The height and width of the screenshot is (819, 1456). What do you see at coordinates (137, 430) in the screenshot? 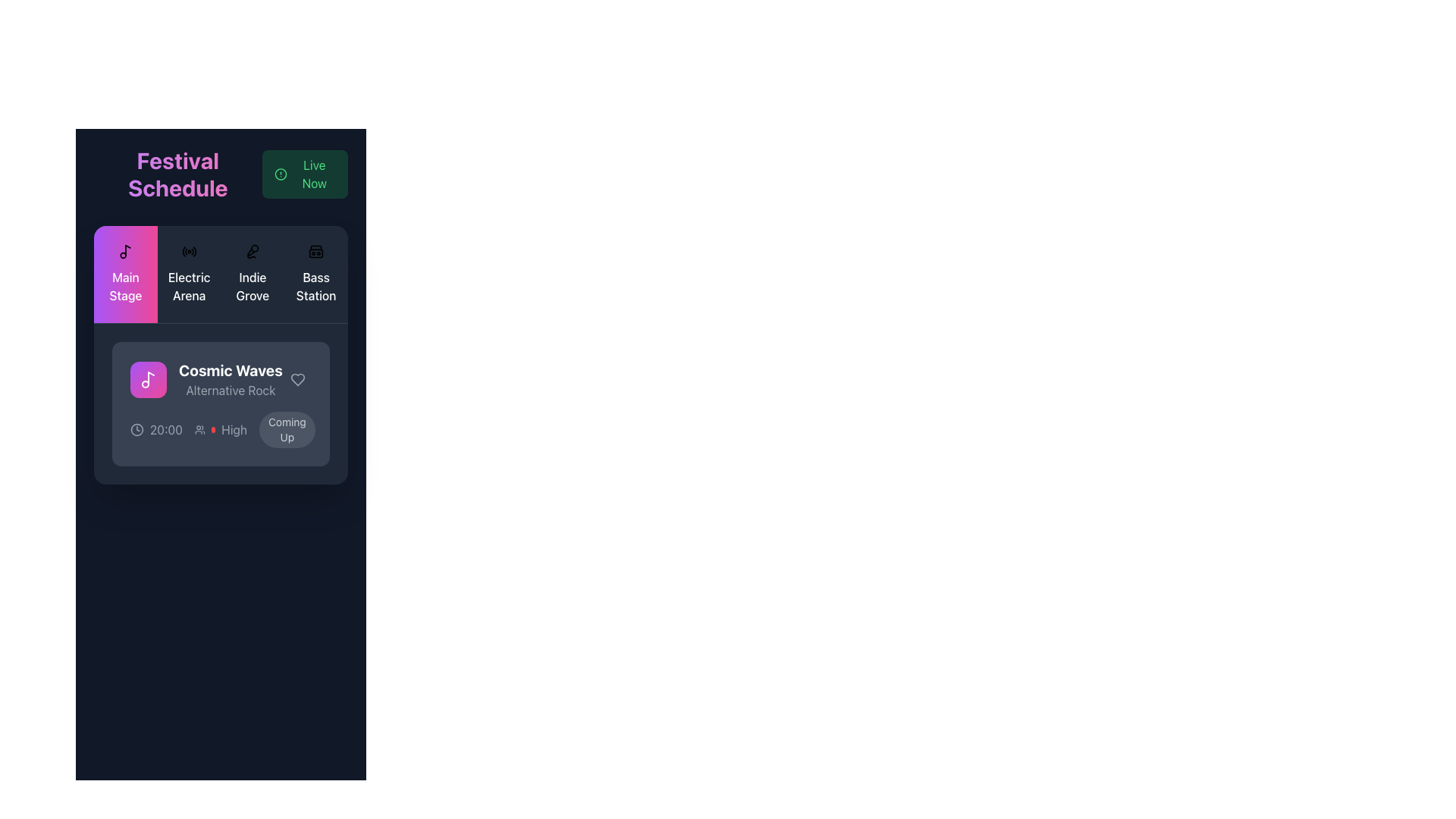
I see `the minimalist gray clock icon` at bounding box center [137, 430].